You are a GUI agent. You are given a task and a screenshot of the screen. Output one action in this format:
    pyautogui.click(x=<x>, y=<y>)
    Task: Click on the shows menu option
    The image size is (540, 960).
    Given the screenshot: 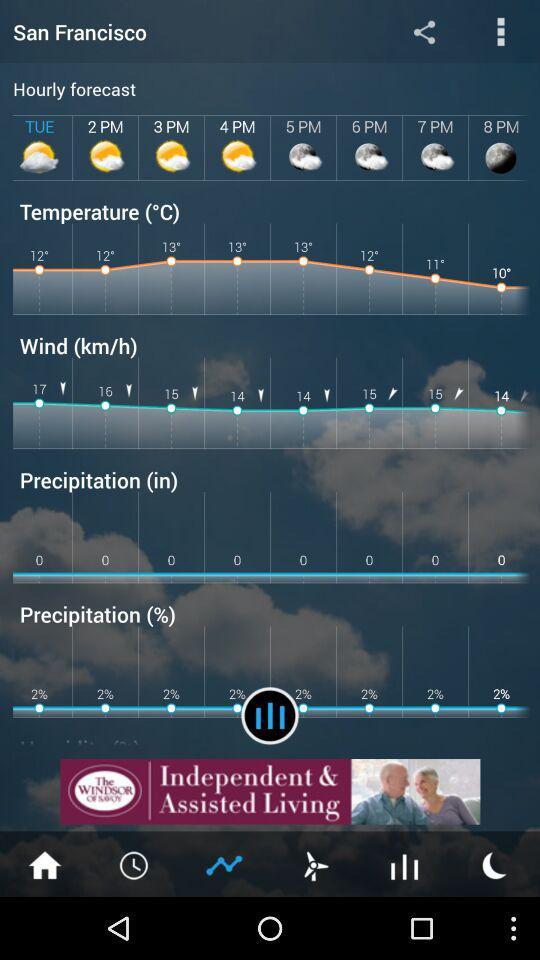 What is the action you would take?
    pyautogui.click(x=500, y=30)
    